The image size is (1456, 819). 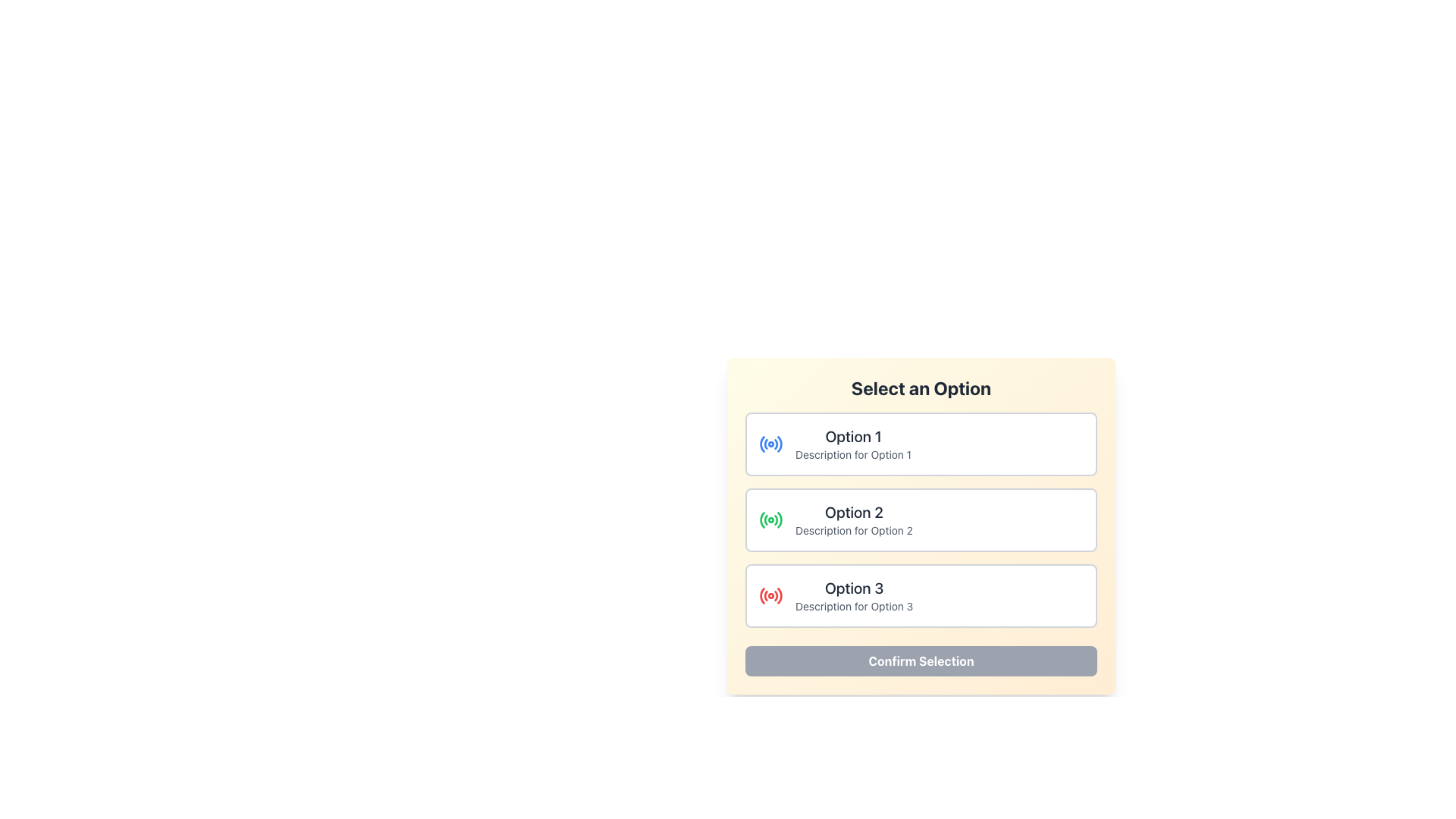 What do you see at coordinates (854, 529) in the screenshot?
I see `text label that says 'Description for Option 2', which is styled in light gray and is positioned below the title 'Option 2'` at bounding box center [854, 529].